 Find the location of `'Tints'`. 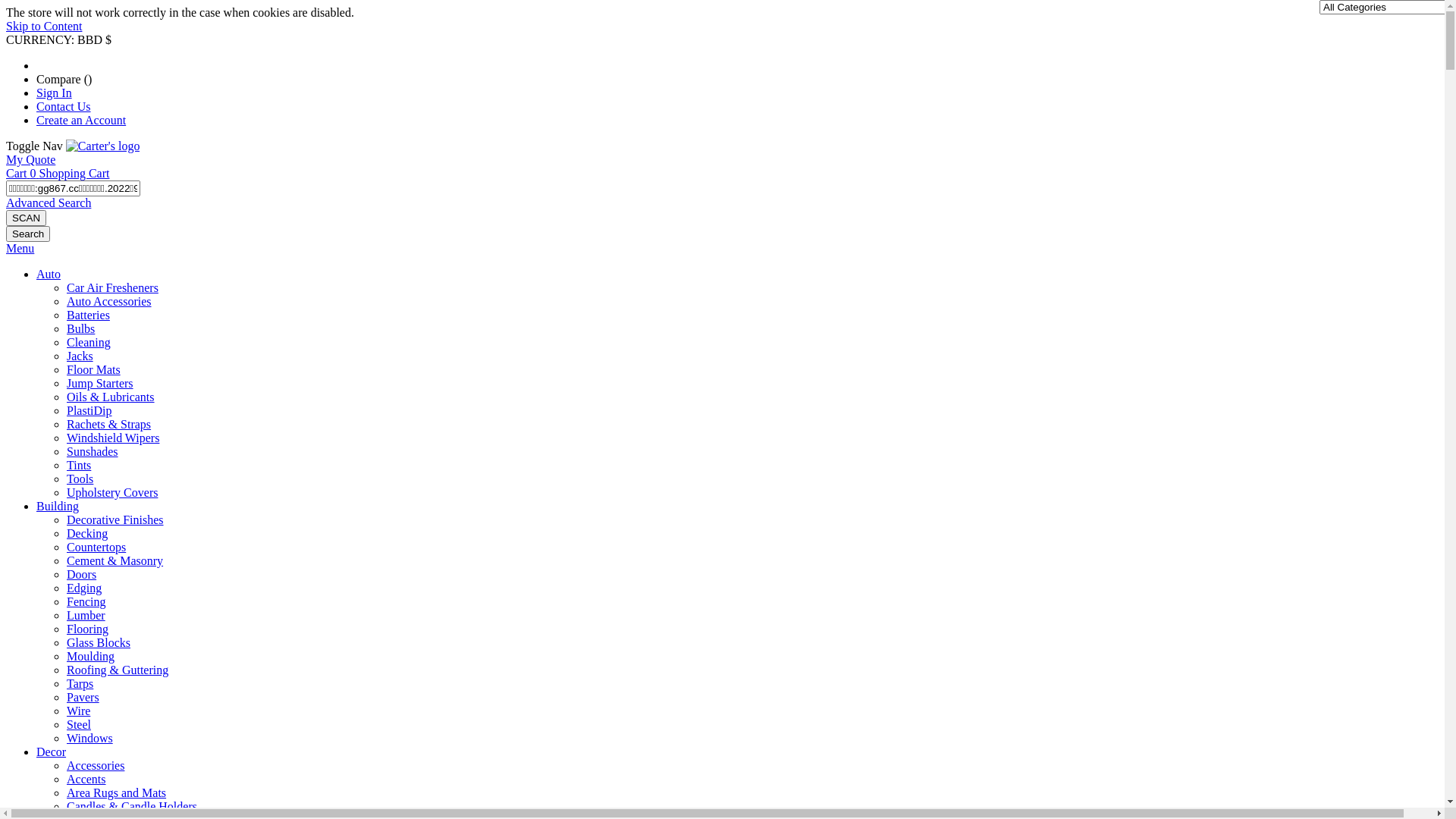

'Tints' is located at coordinates (78, 464).